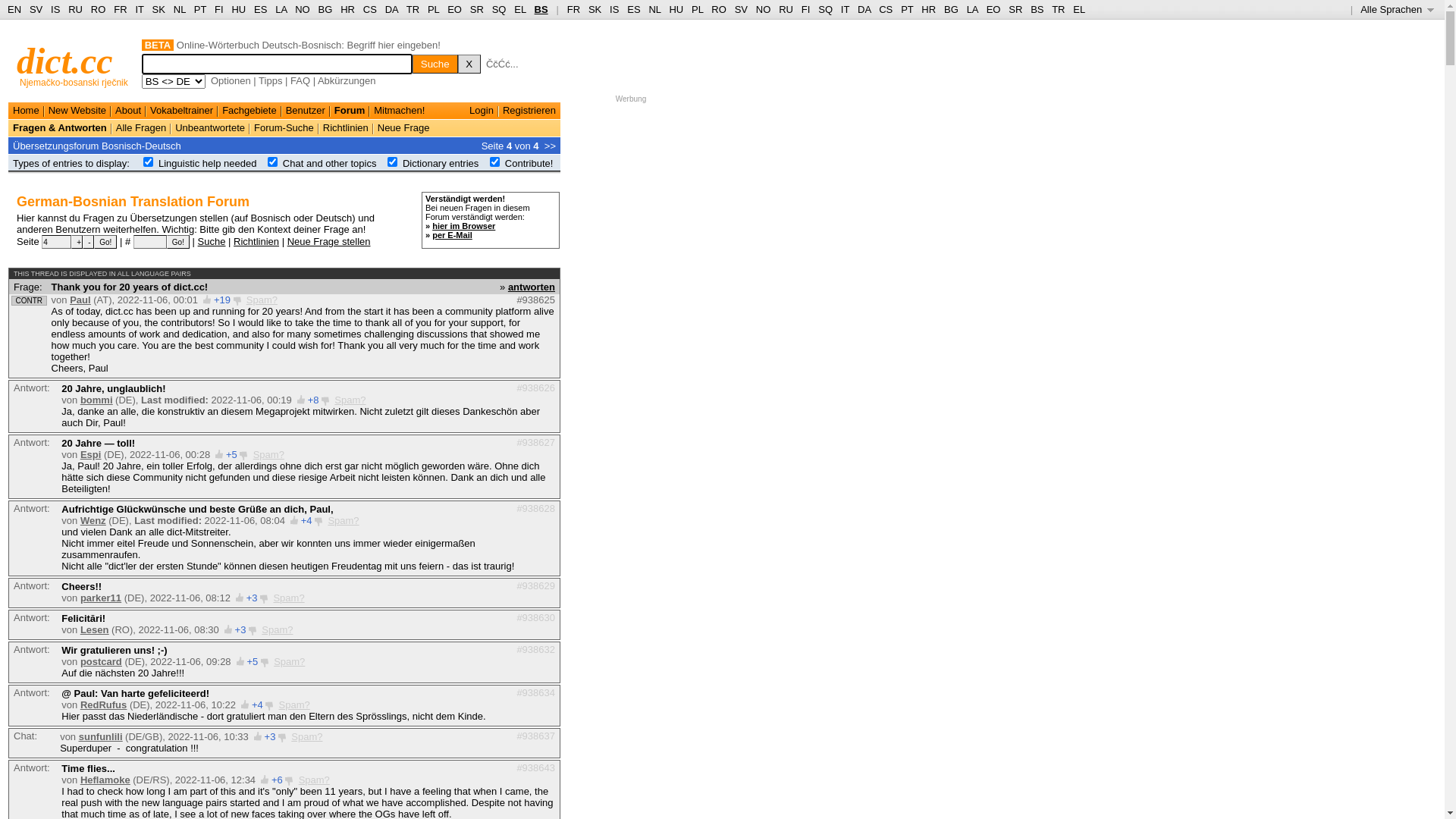 The width and height of the screenshot is (1456, 819). Describe the element at coordinates (209, 127) in the screenshot. I see `'Unbeantwortete'` at that location.